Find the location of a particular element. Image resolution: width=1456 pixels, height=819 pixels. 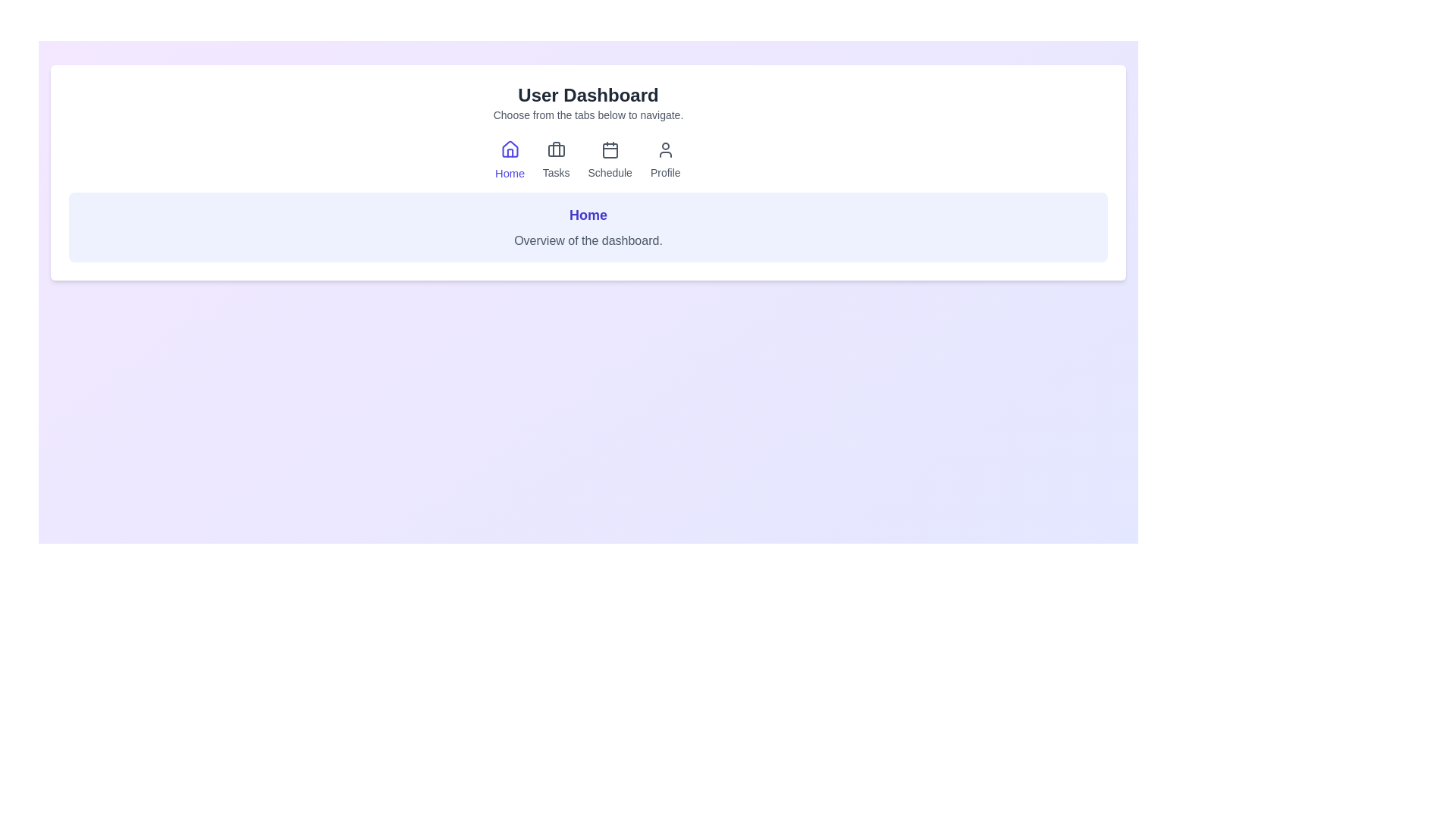

the header labeled 'User Dashboard' which is styled in bold and dark gray, located at the top center of the dashboard page is located at coordinates (588, 96).